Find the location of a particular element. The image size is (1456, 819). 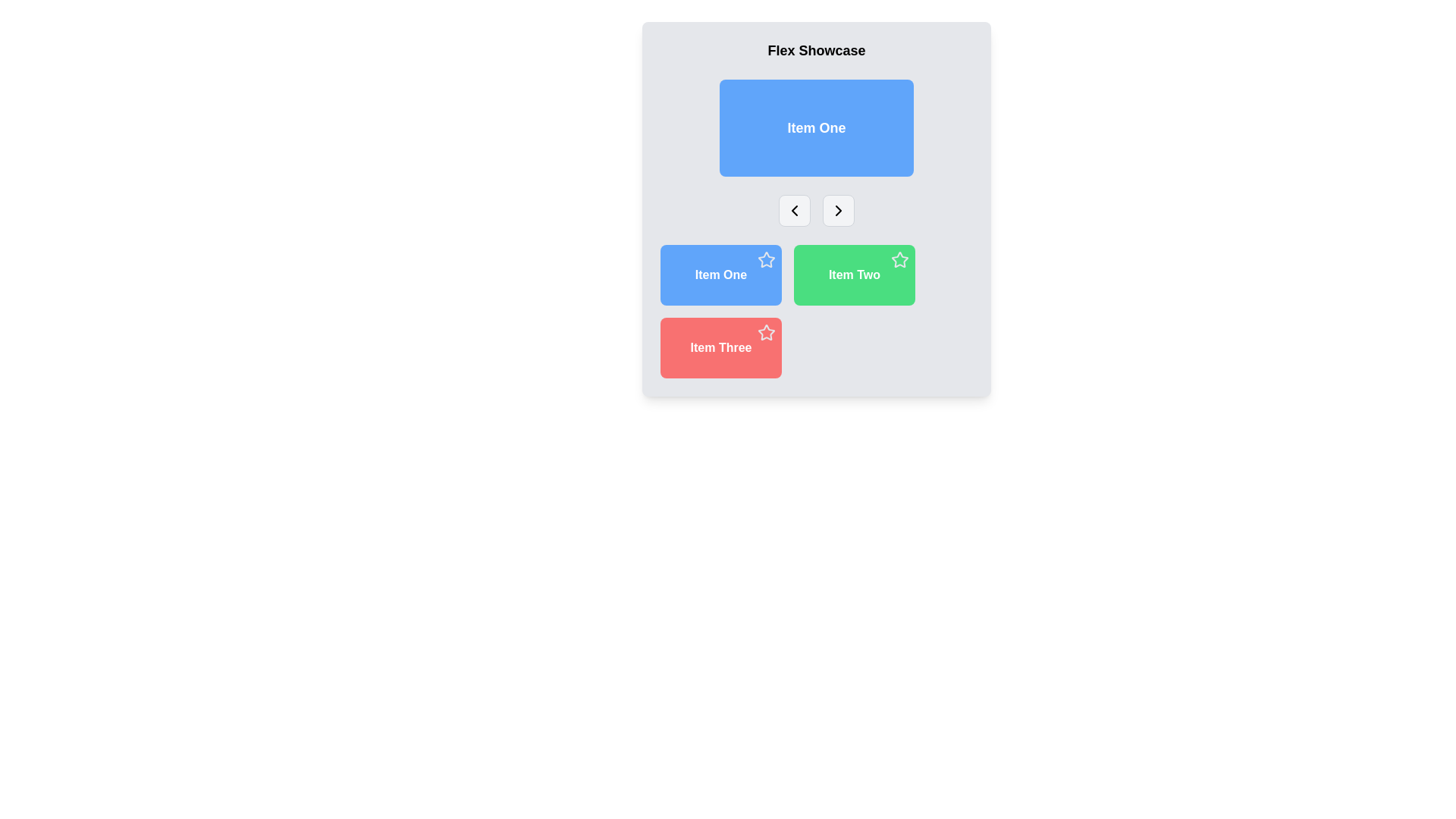

the hollow star-shaped icon located at the top-right corner of the red rectangular card labeled 'Item Three' is located at coordinates (767, 332).